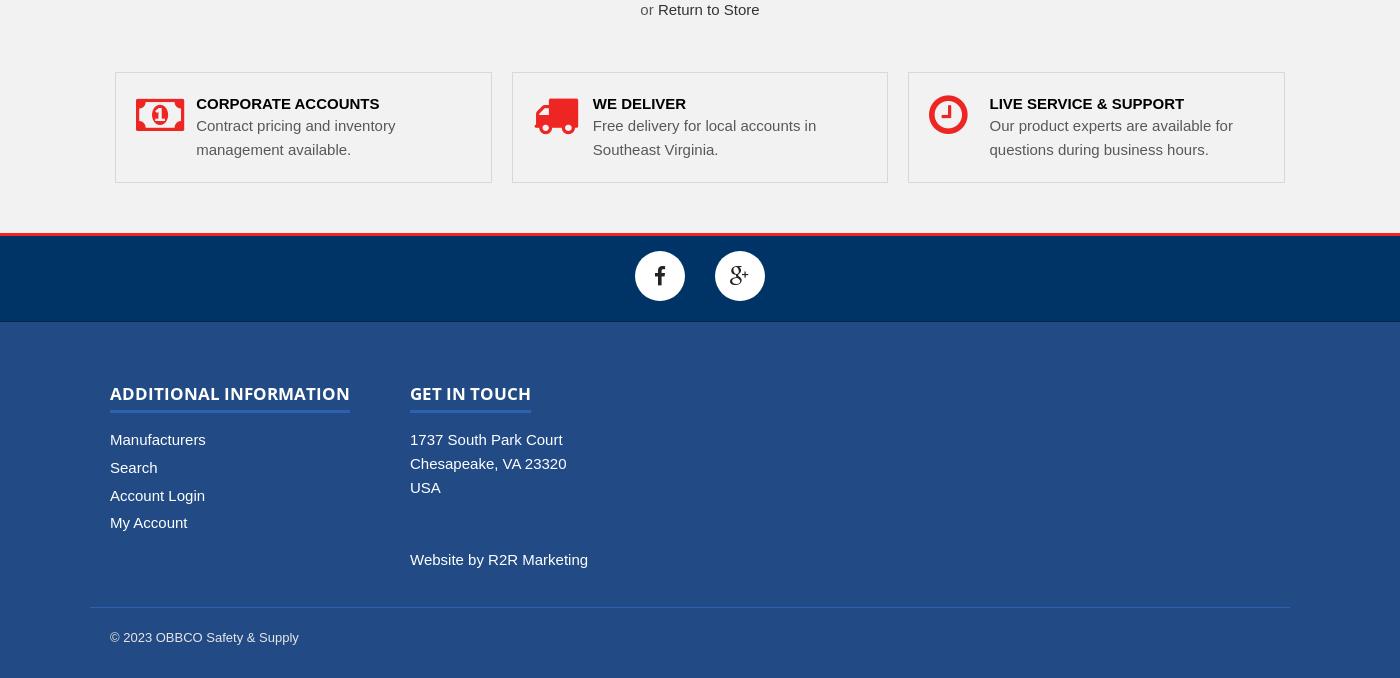 This screenshot has height=678, width=1400. I want to click on 'Search', so click(133, 465).